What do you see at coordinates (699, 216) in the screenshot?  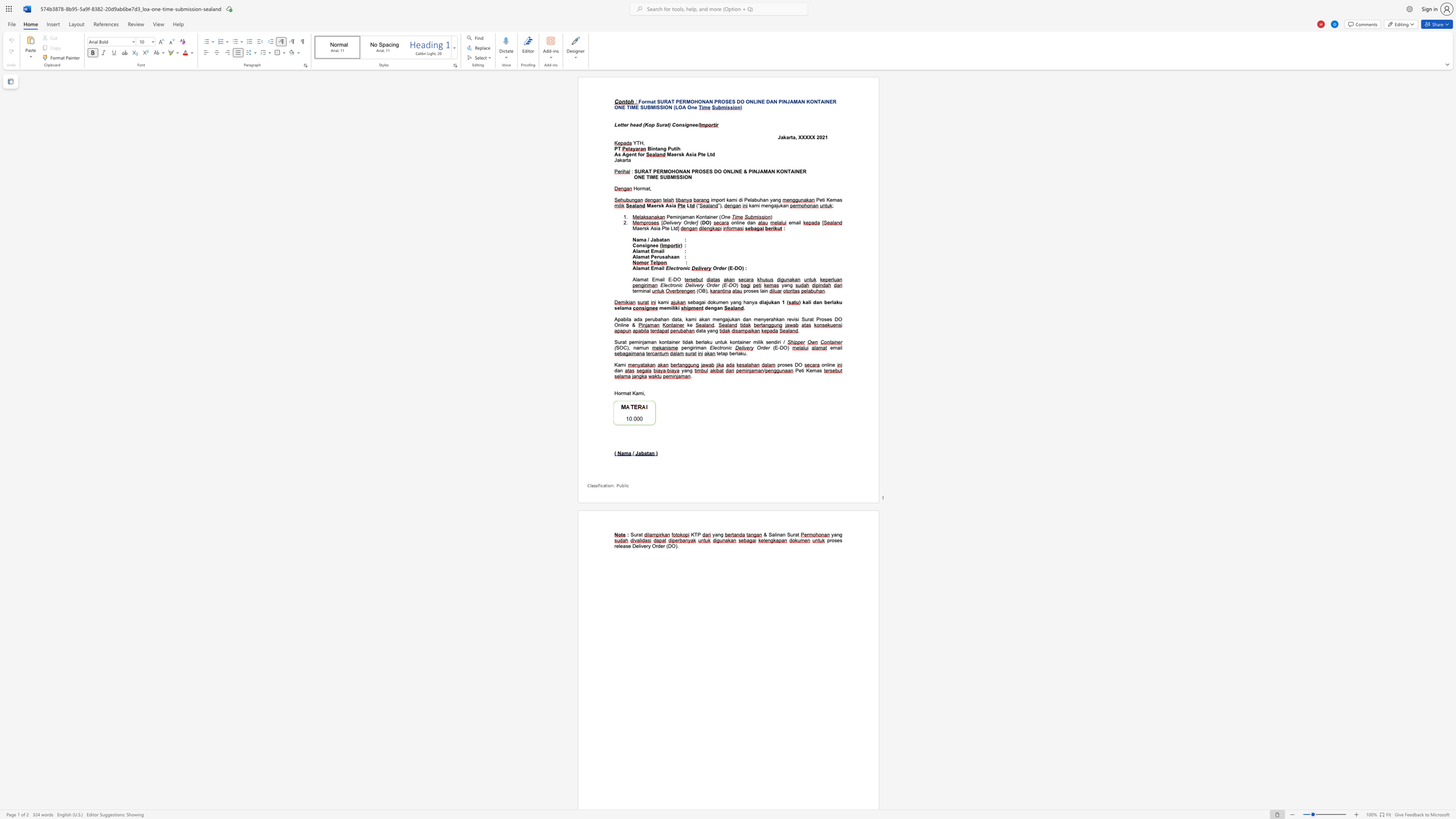 I see `the space between the continuous character "K" and "o" in the text` at bounding box center [699, 216].